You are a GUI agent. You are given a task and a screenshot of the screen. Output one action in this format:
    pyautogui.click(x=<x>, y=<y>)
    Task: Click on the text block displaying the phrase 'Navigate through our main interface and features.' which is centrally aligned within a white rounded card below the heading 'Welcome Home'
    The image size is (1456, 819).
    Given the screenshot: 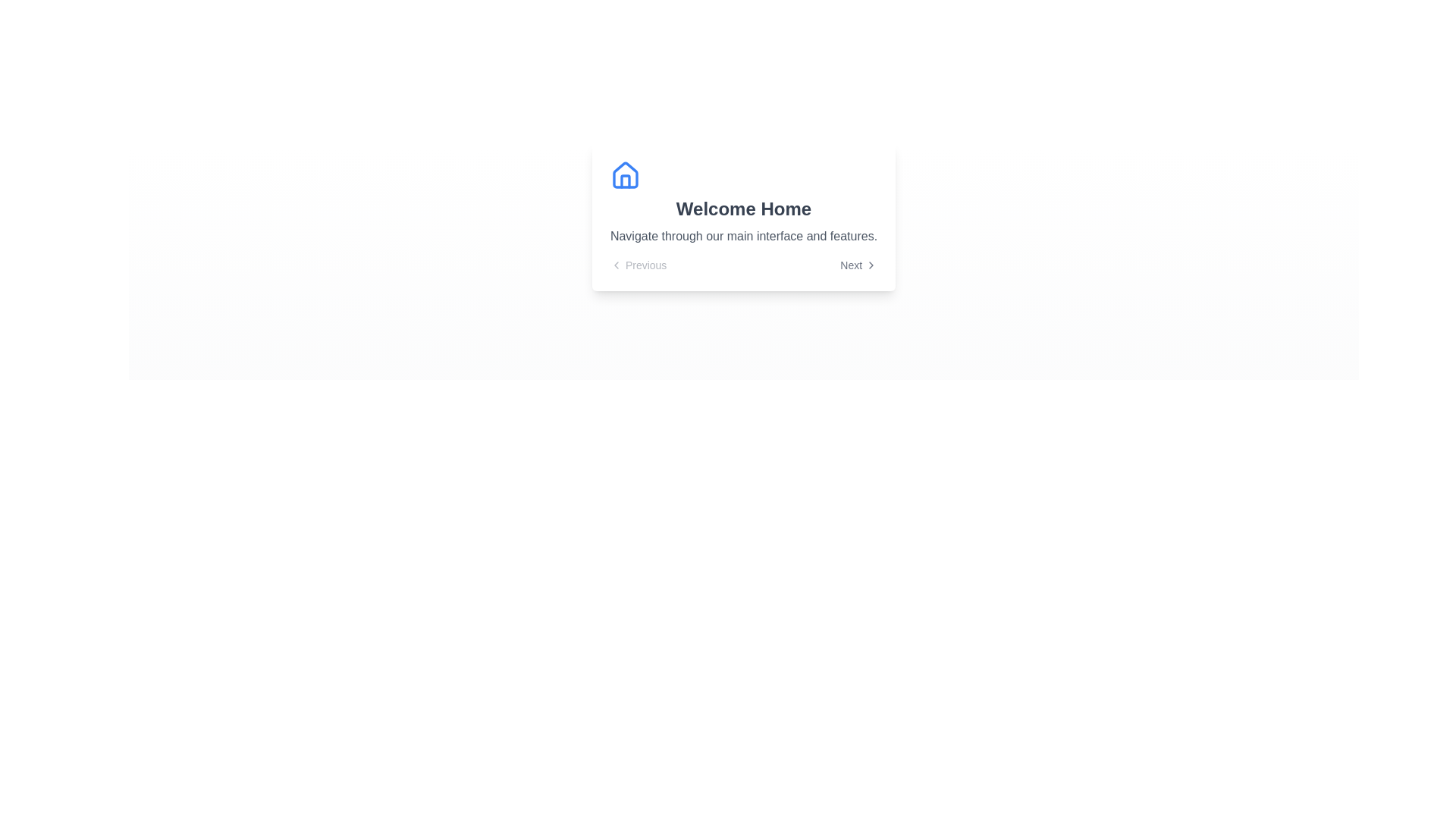 What is the action you would take?
    pyautogui.click(x=743, y=237)
    